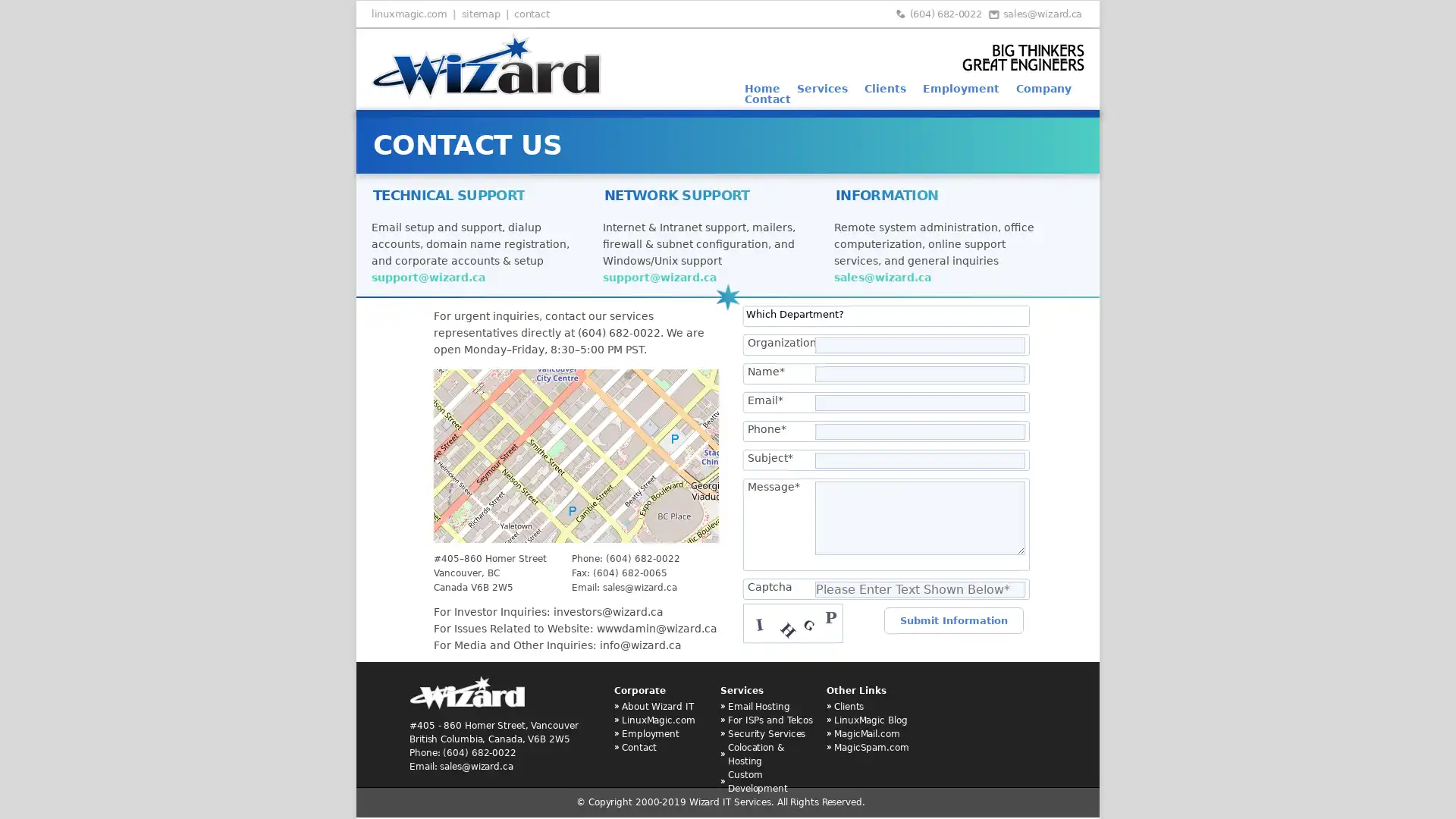 This screenshot has height=819, width=1456. I want to click on Submit Information, so click(952, 620).